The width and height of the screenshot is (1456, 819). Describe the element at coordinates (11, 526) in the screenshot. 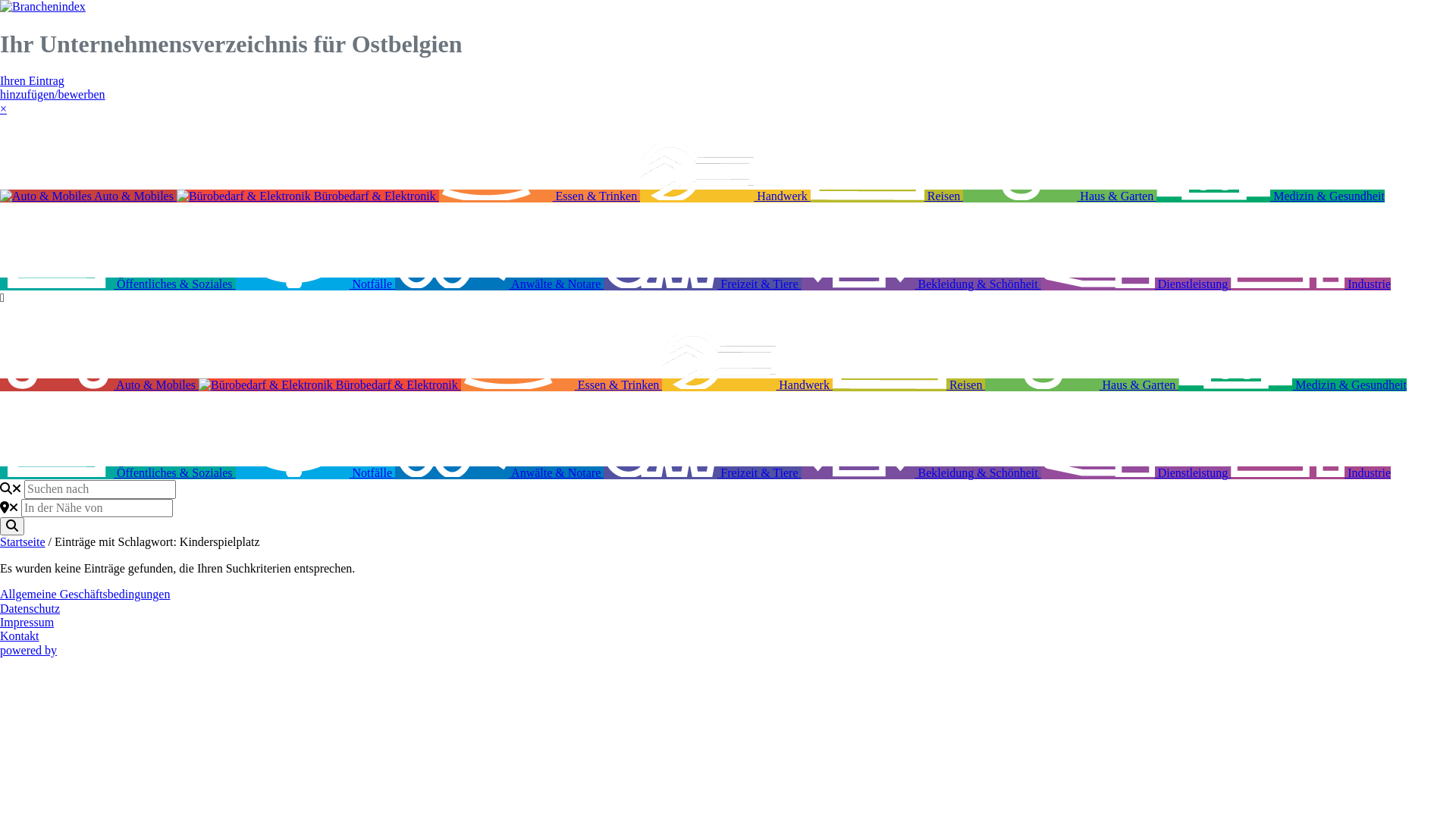

I see `'Suchen'` at that location.